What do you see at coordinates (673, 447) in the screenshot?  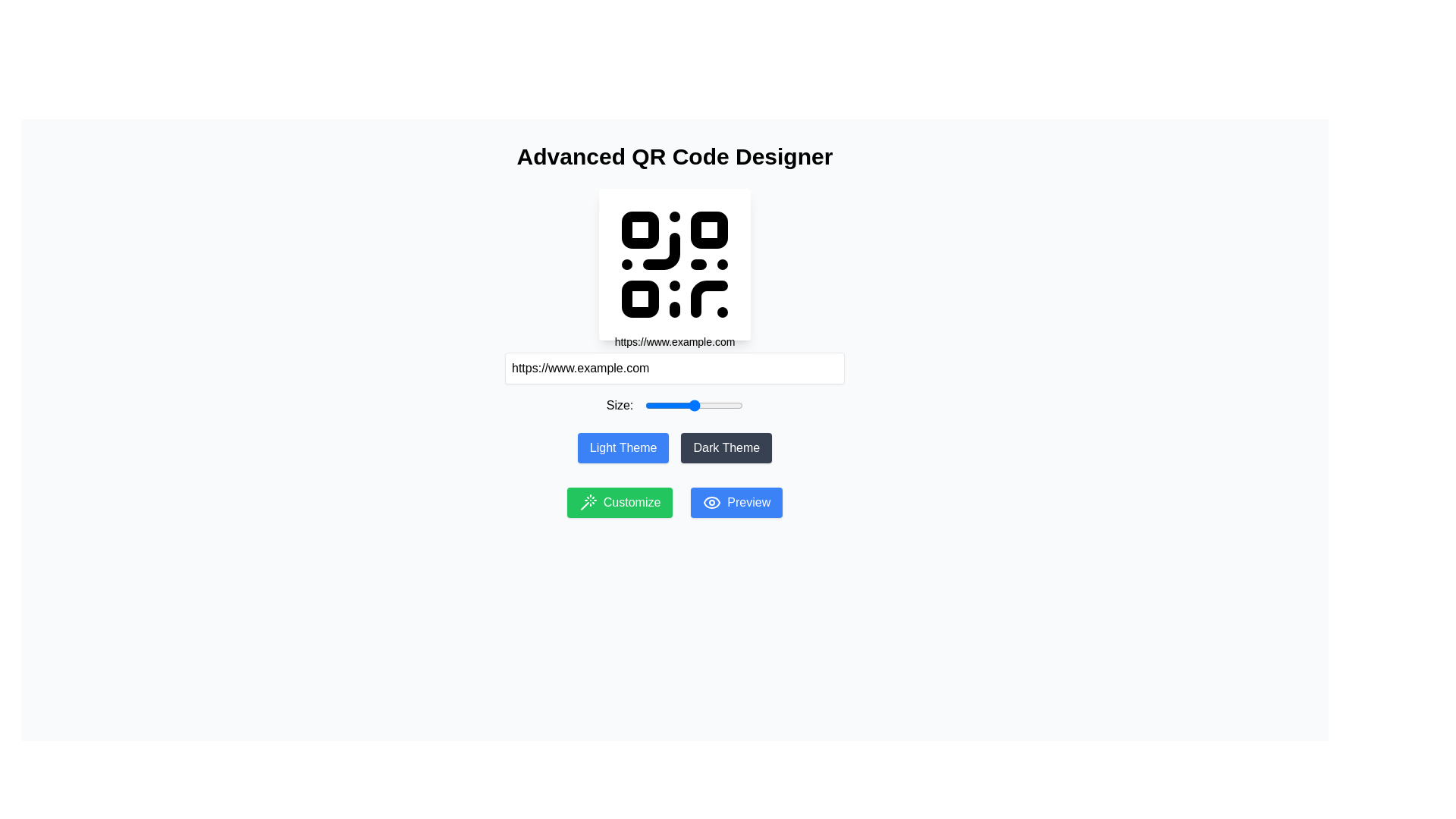 I see `the 'Light Theme' button, which has a blue background with white text` at bounding box center [673, 447].